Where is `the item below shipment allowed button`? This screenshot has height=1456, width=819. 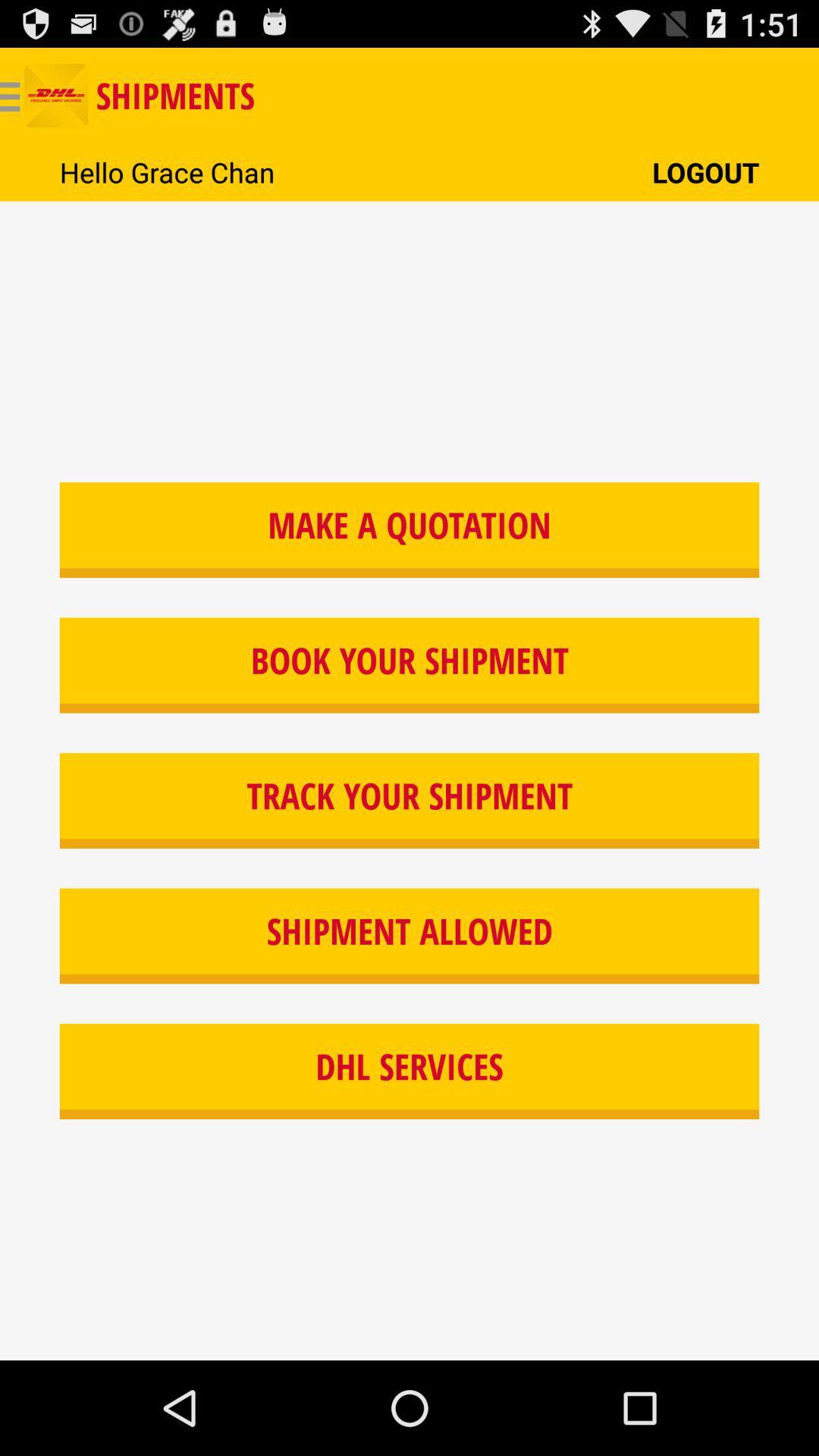
the item below shipment allowed button is located at coordinates (409, 1070).